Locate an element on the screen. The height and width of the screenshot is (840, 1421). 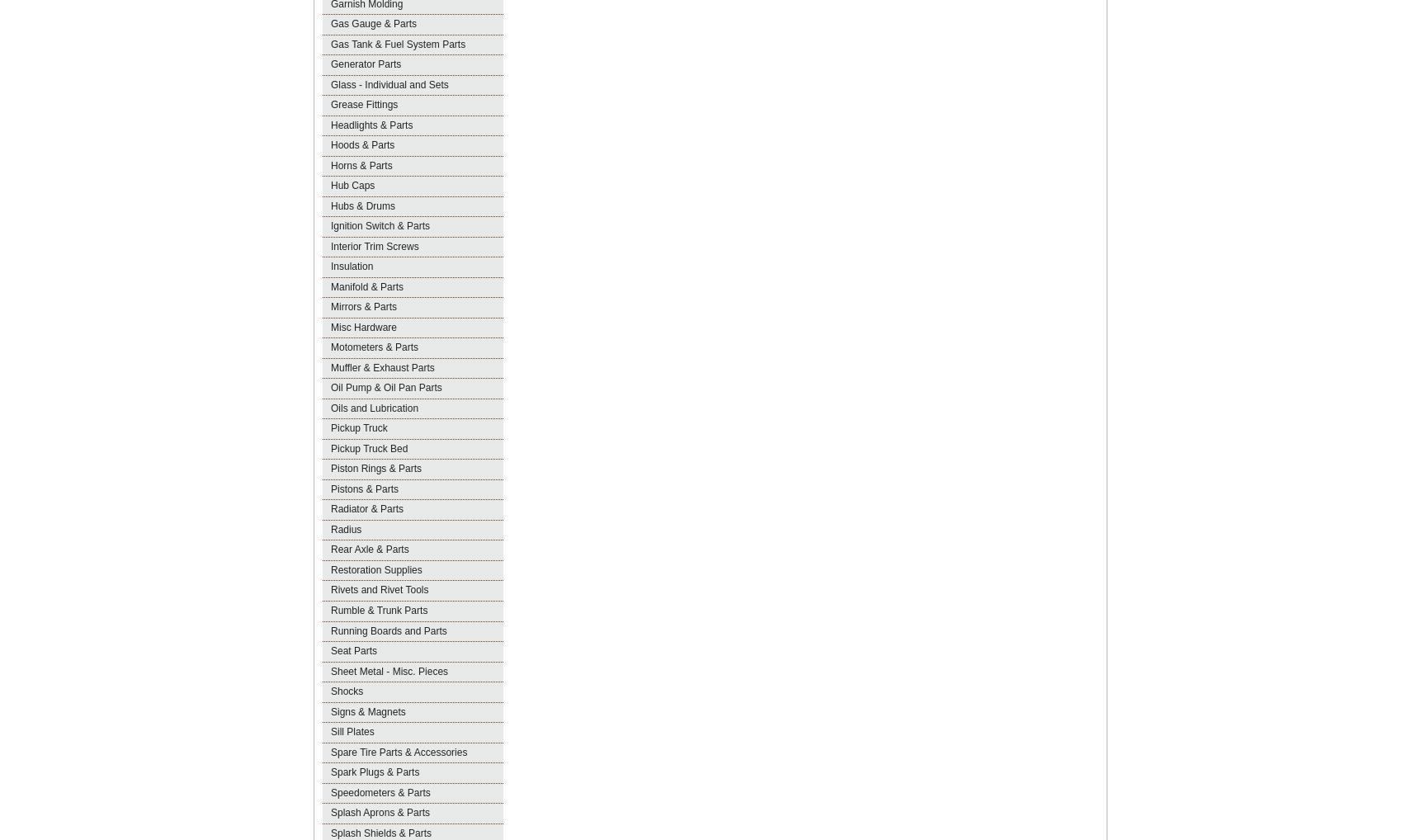
'Restoration Supplies' is located at coordinates (331, 569).